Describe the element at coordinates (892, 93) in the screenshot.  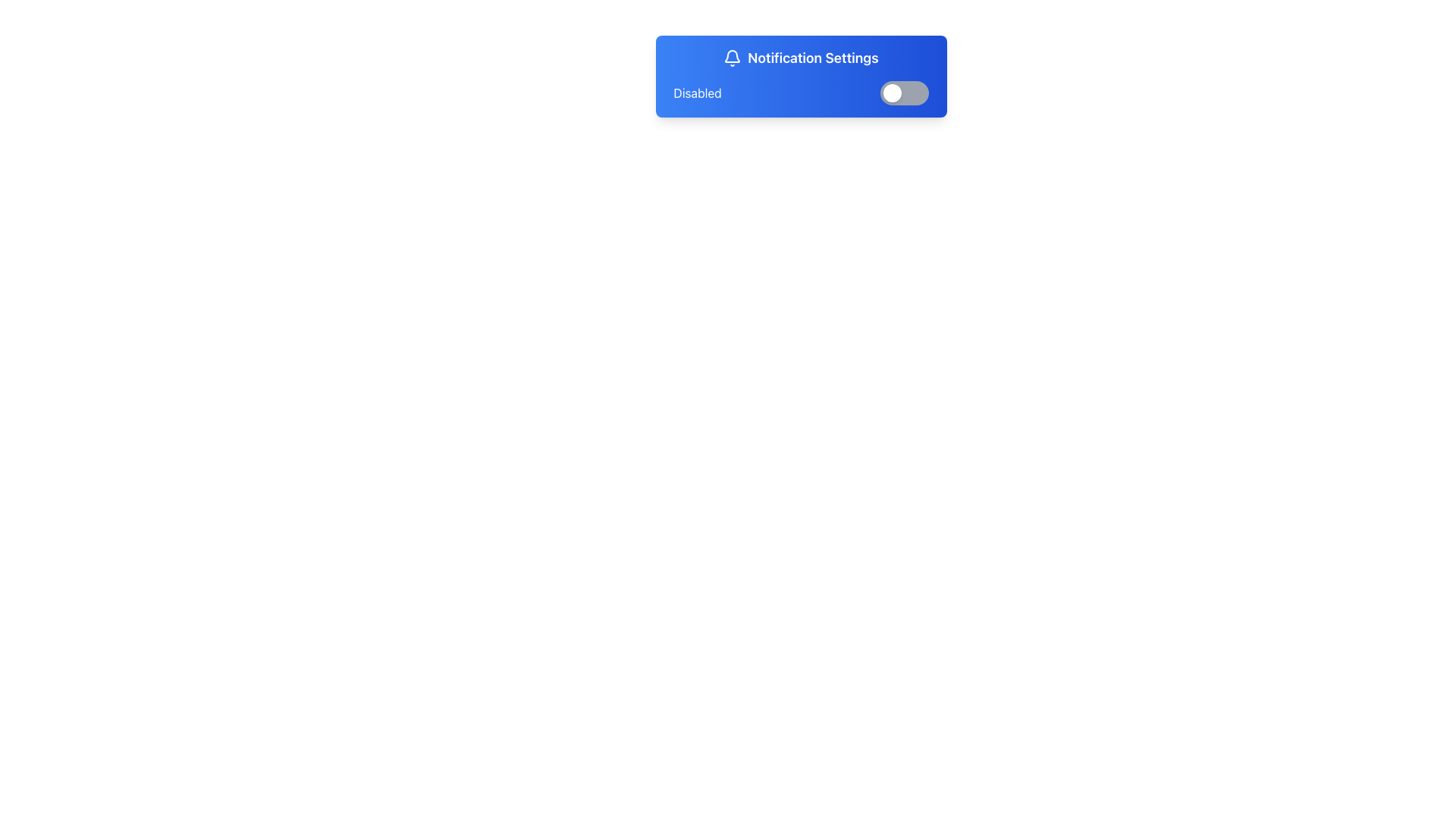
I see `the toggle knob located in the central-right region of the oval-shaped toggle switch for additional feedback` at that location.